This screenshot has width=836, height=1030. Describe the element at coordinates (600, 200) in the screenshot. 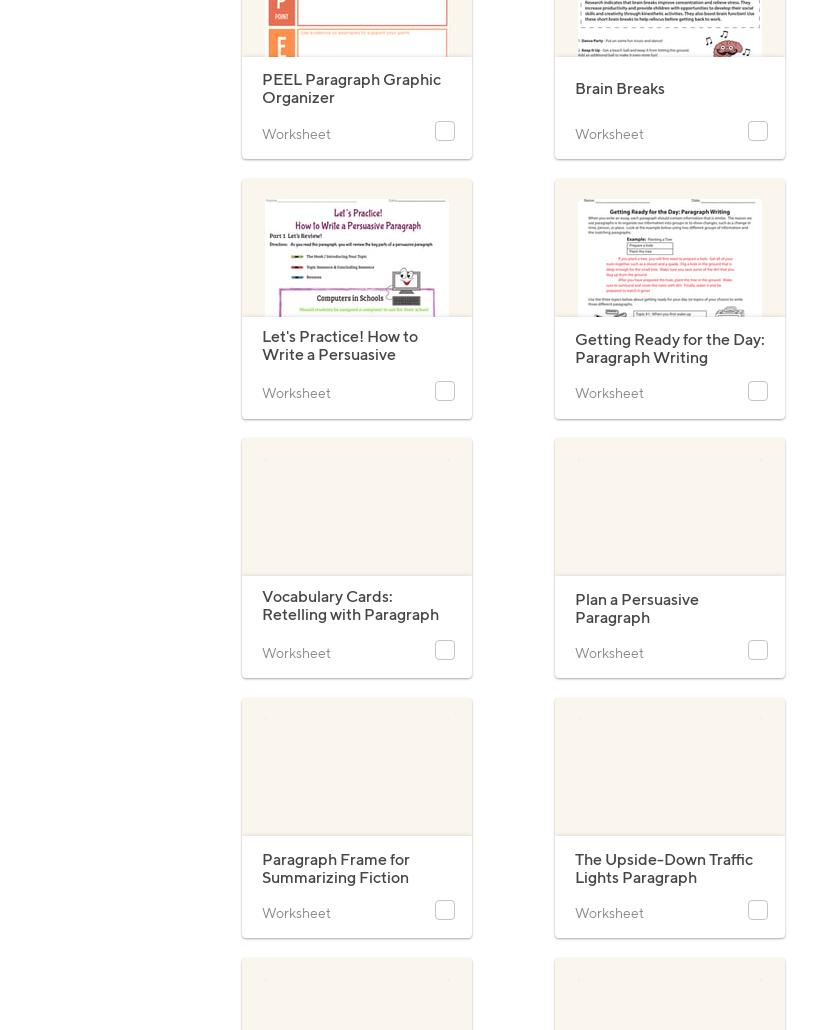

I see `'1st grade'` at that location.